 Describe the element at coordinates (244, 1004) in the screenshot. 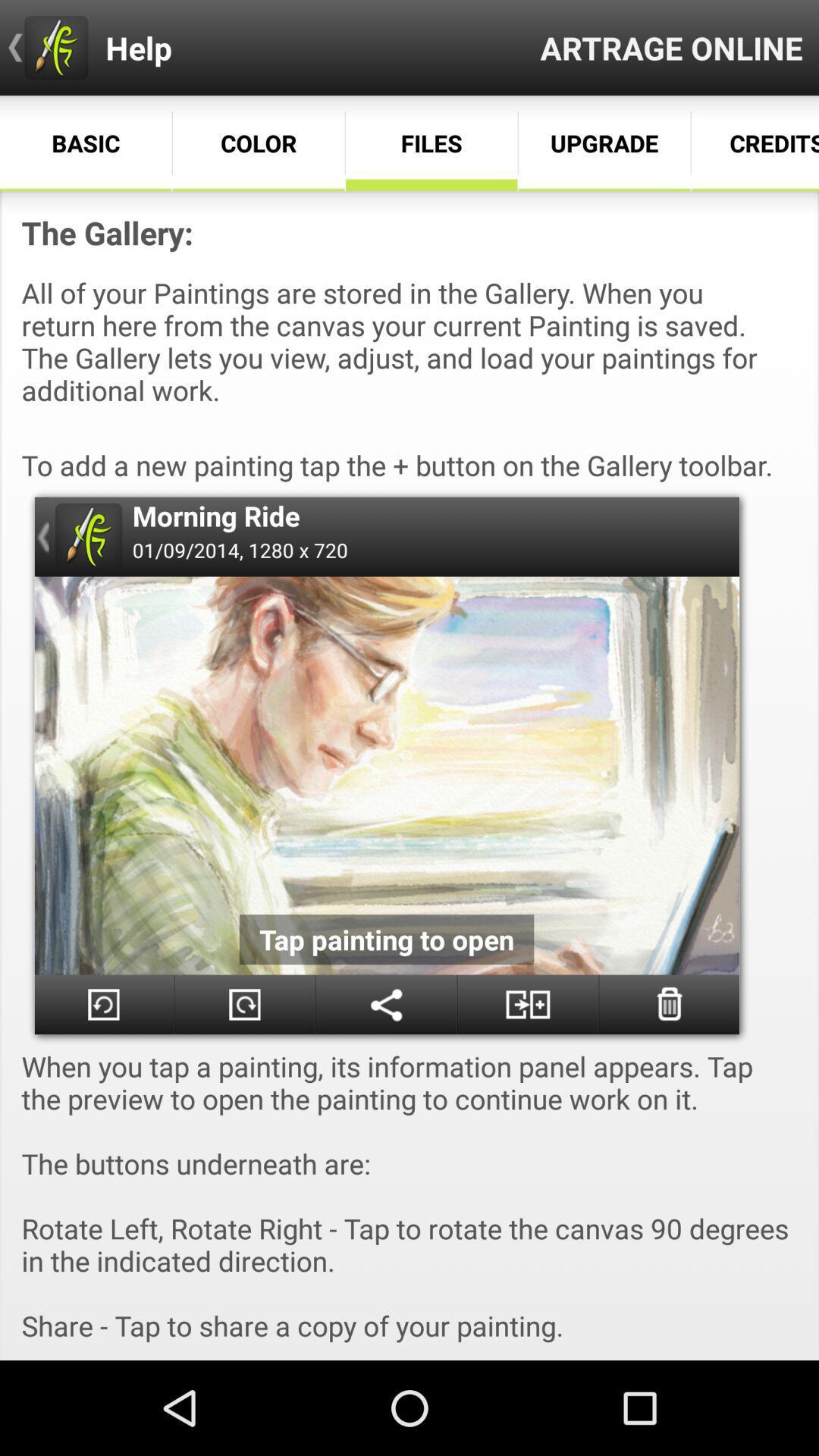

I see `the option which is before share button` at that location.